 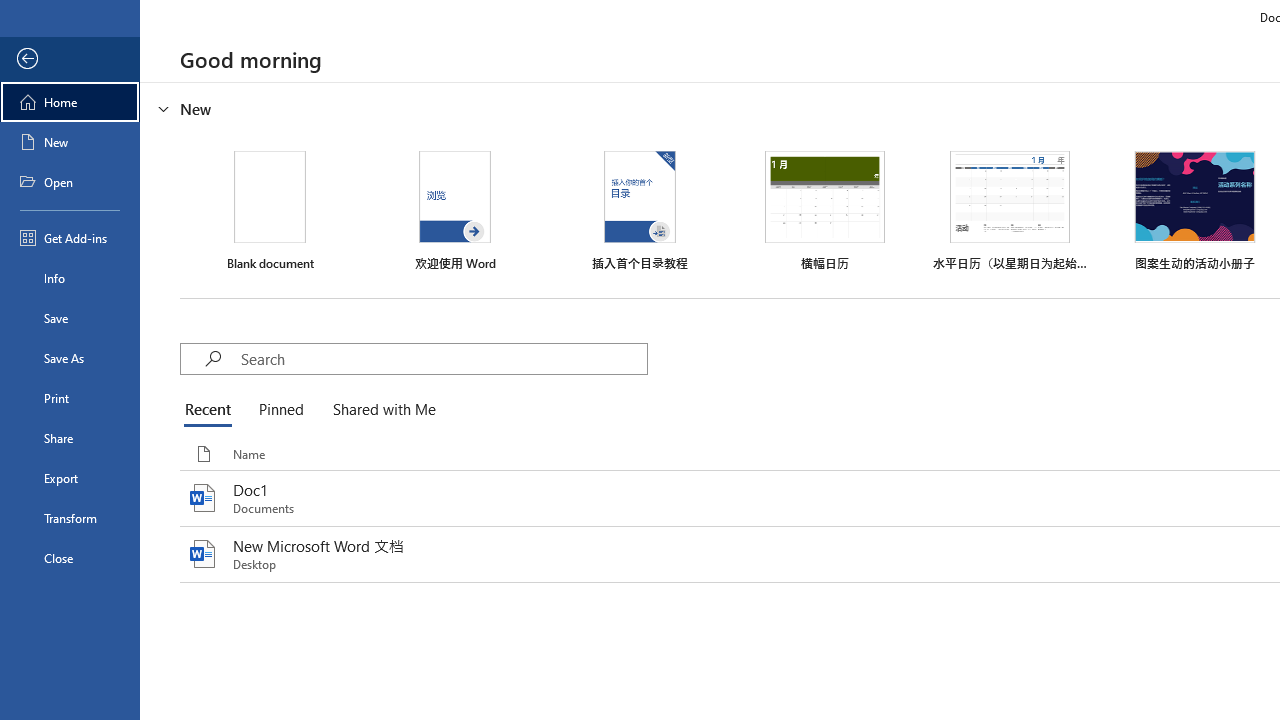 I want to click on 'New', so click(x=69, y=140).